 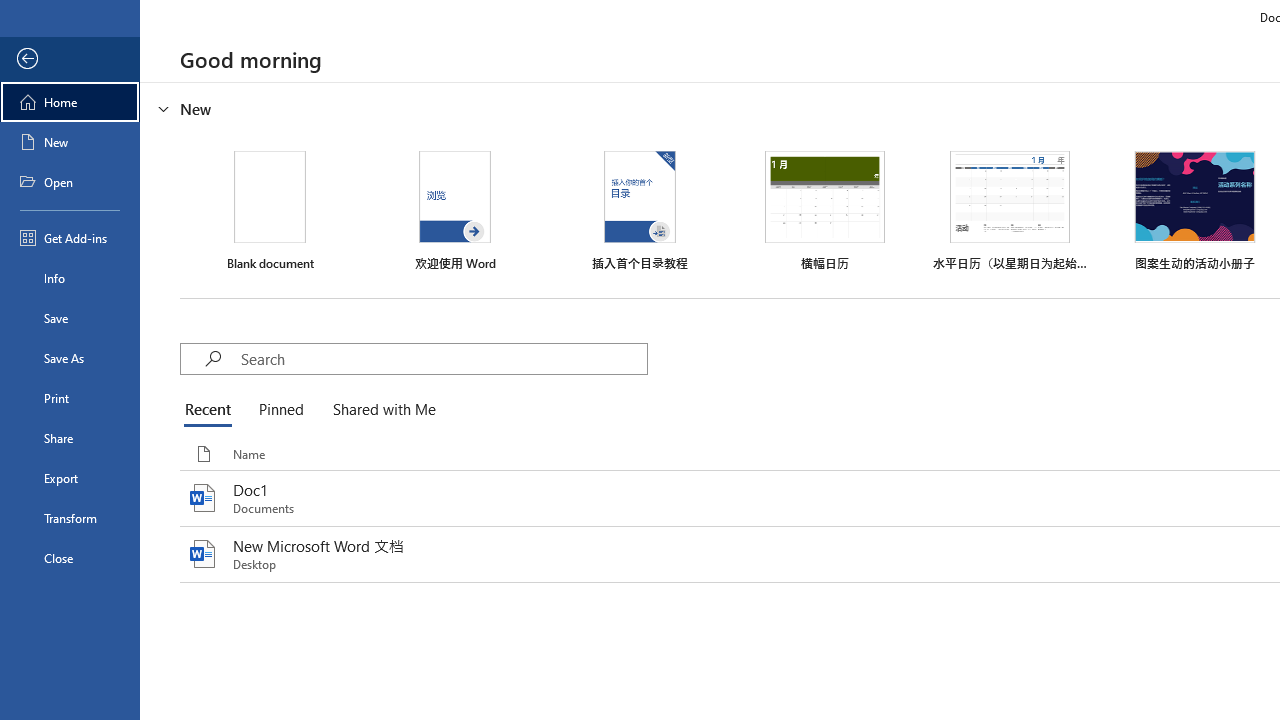 I want to click on 'New', so click(x=69, y=140).